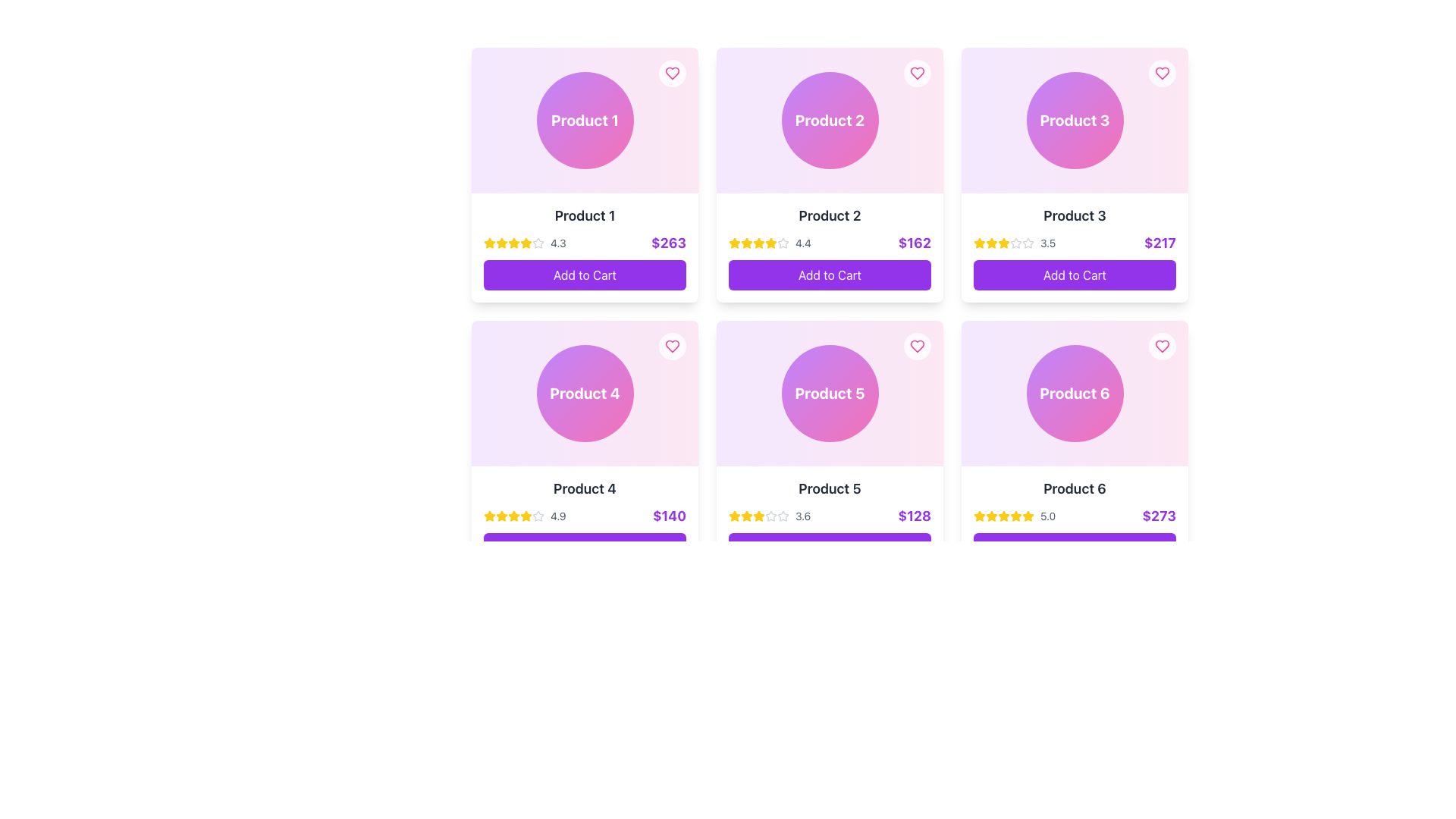 This screenshot has height=819, width=1456. I want to click on the rightmost star icon representing a full rating in the rating system for 'Product 6' located beneath the product image and name, so click(1028, 516).